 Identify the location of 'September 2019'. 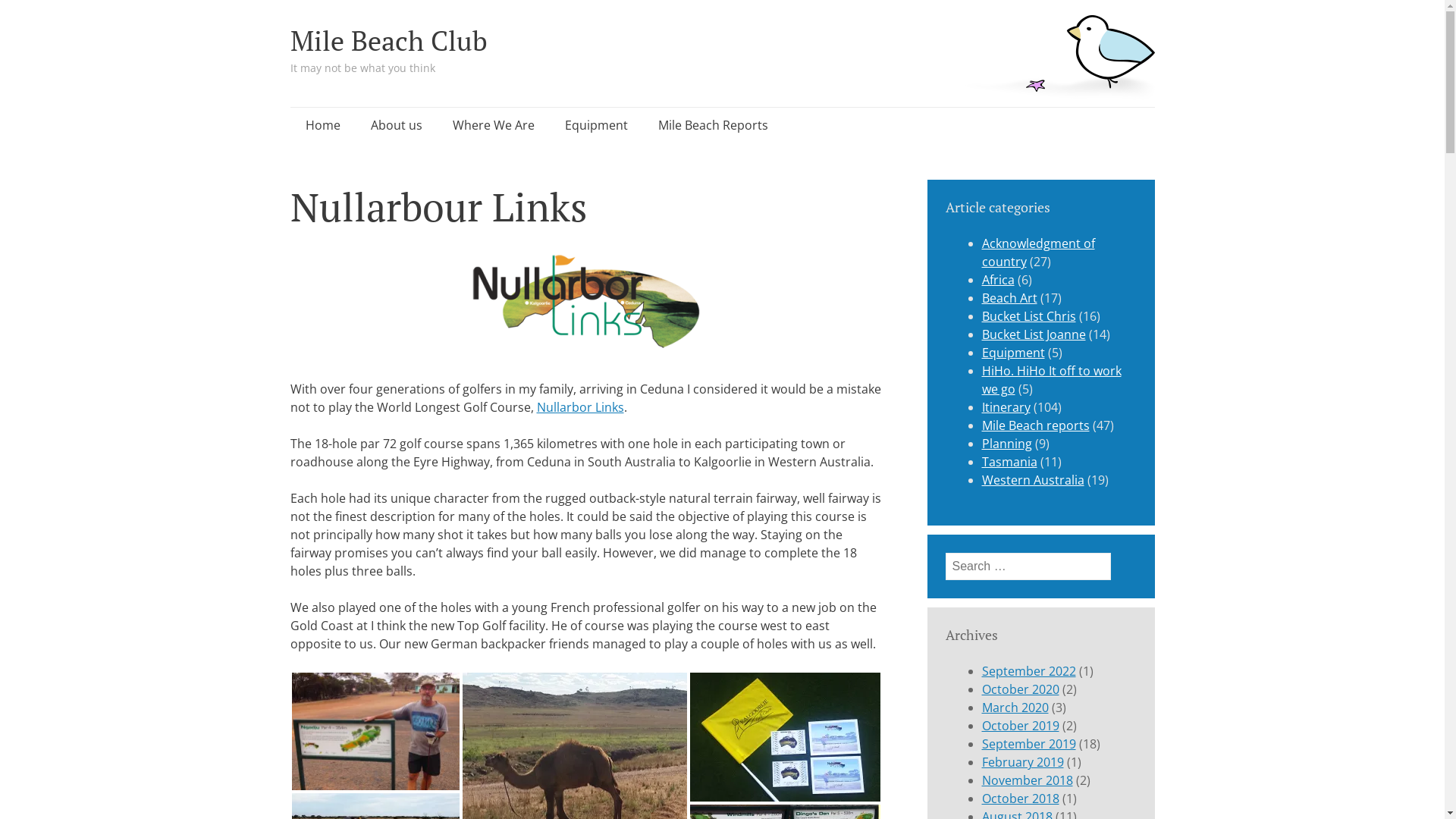
(981, 742).